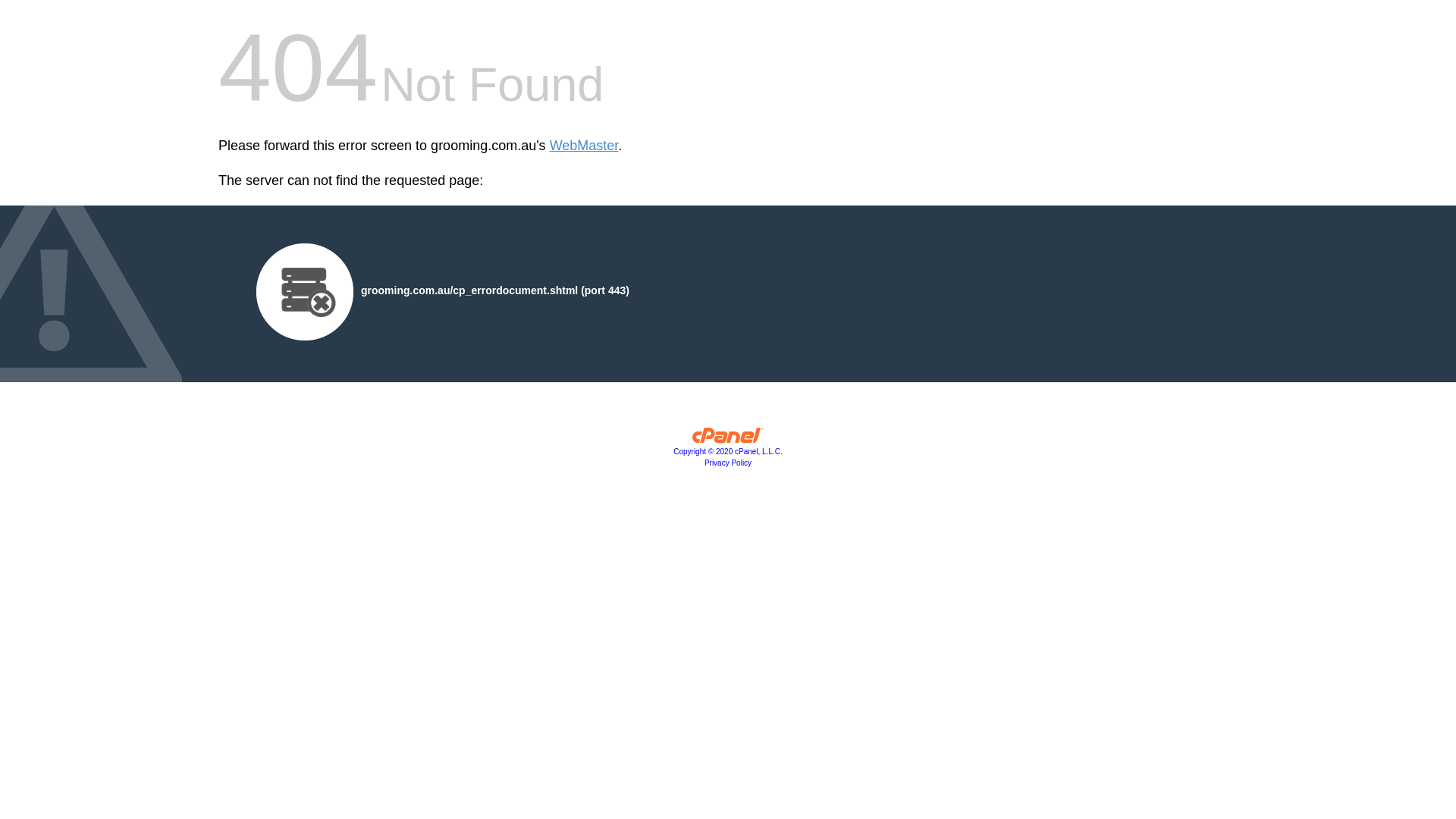 The width and height of the screenshot is (1456, 819). I want to click on 'Privacy Policy', so click(728, 462).